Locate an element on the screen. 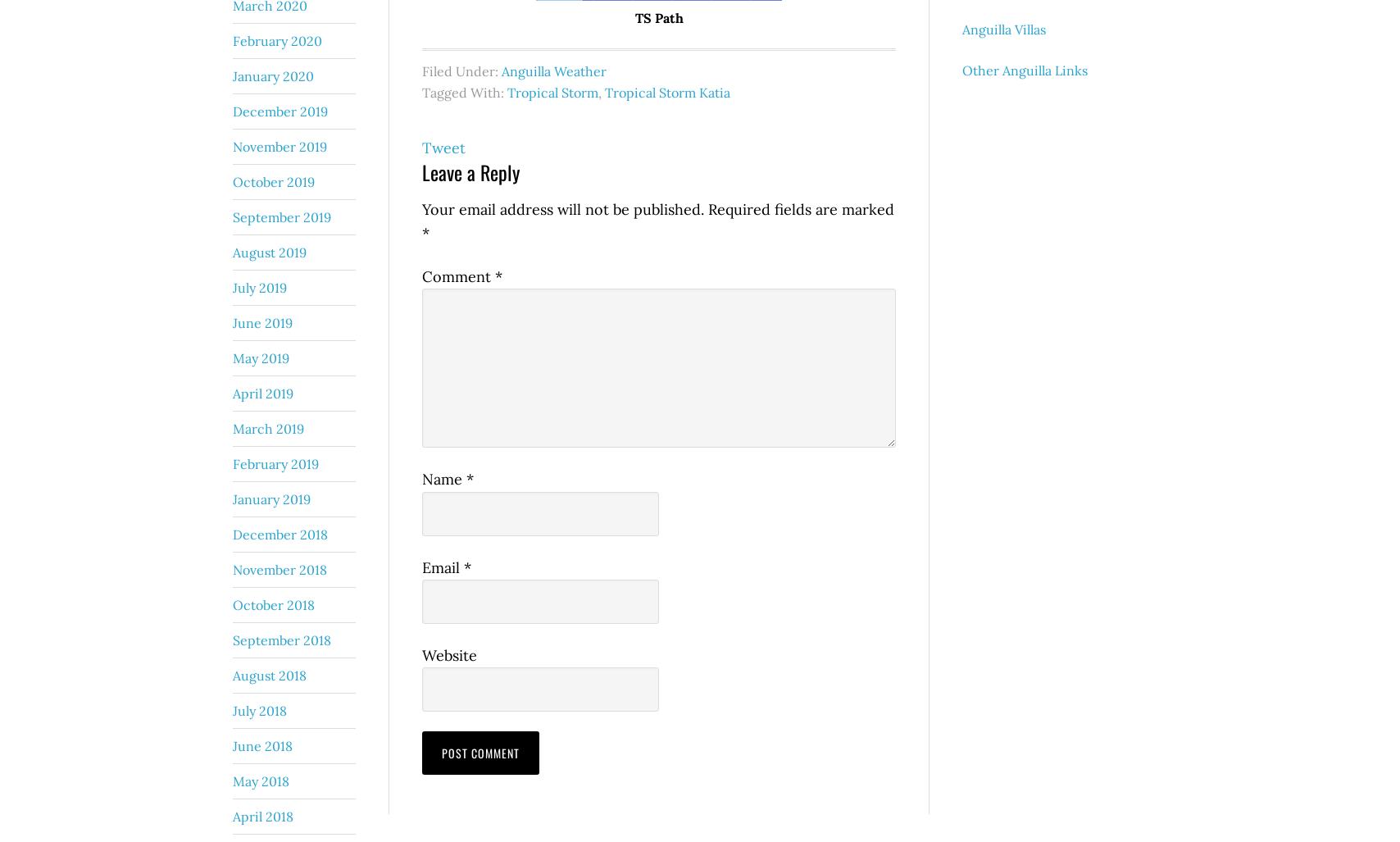  'November 2019' is located at coordinates (280, 144).